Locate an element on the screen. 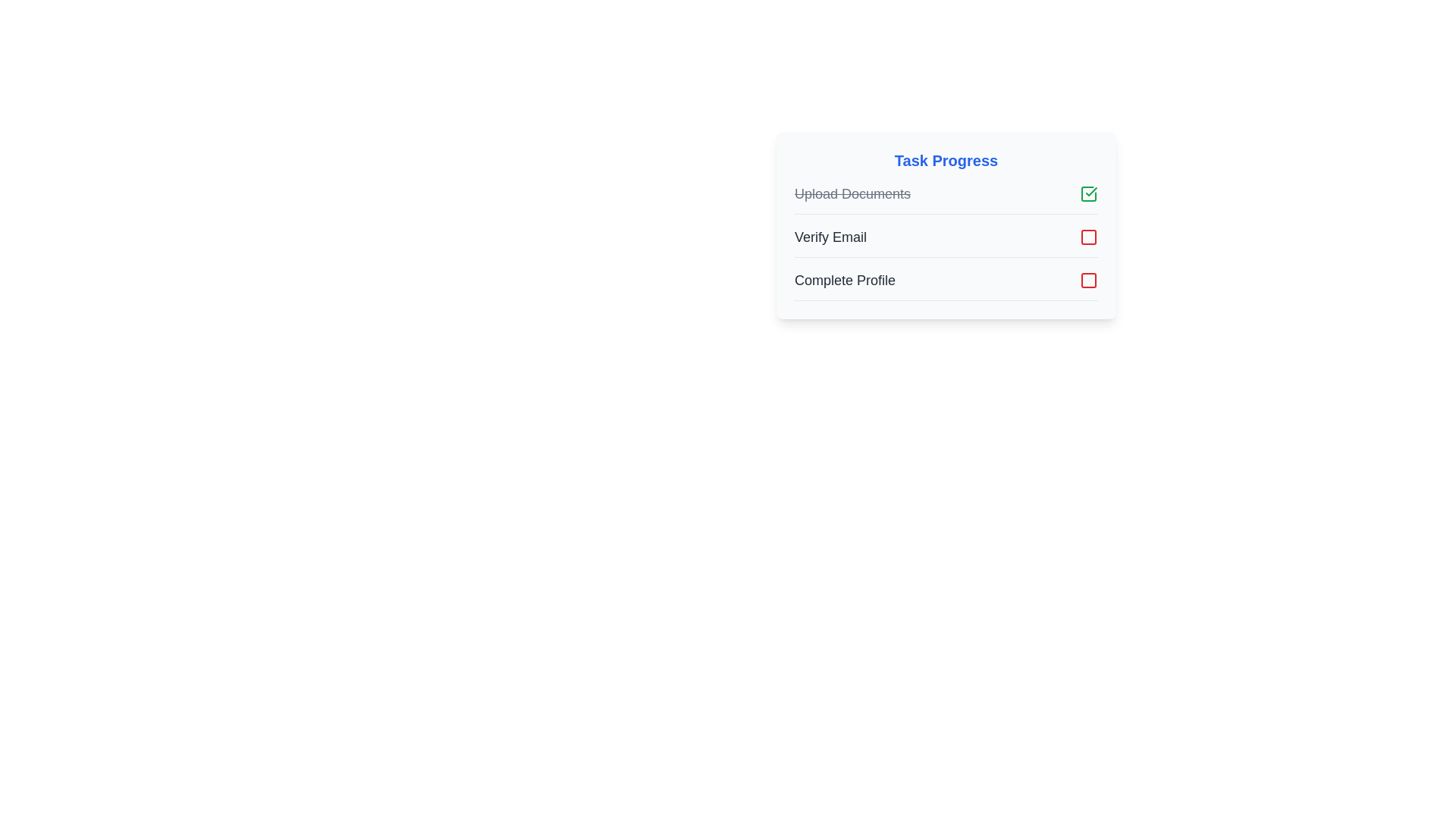 This screenshot has width=1456, height=819. the green checkmark icon indicating completion for the 'Upload Documents' task under 'Task Progress' is located at coordinates (1090, 191).